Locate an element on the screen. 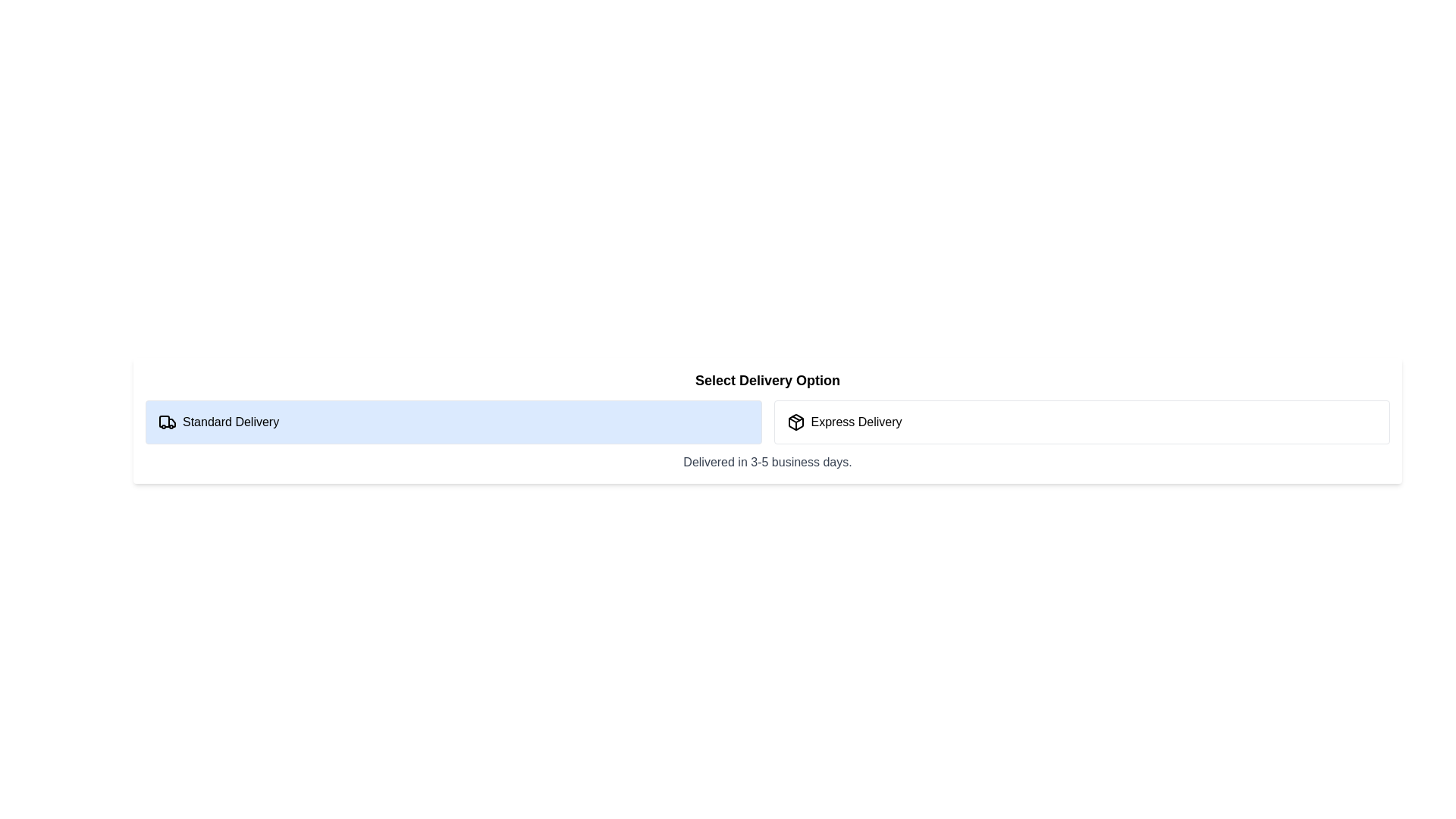 The width and height of the screenshot is (1456, 819). the express delivery text label is located at coordinates (856, 422).